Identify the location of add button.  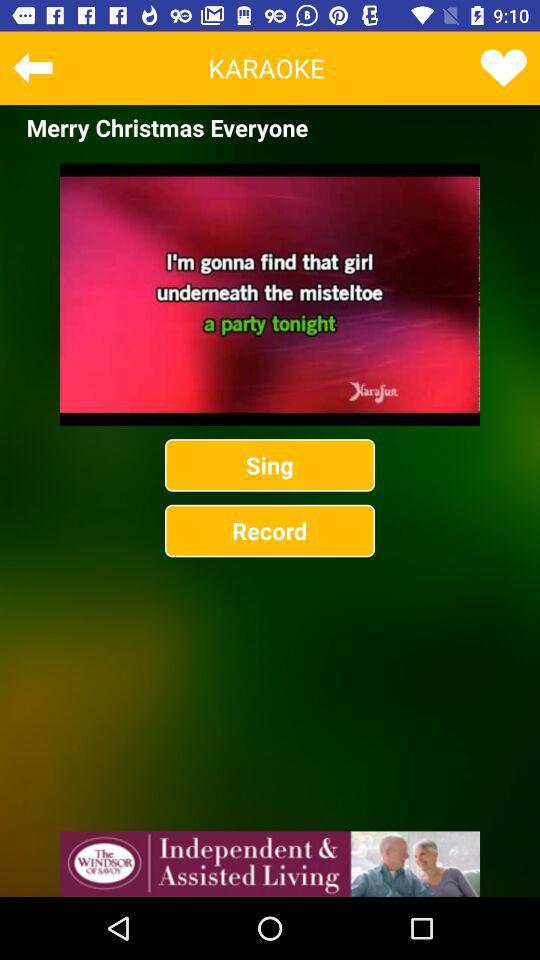
(270, 863).